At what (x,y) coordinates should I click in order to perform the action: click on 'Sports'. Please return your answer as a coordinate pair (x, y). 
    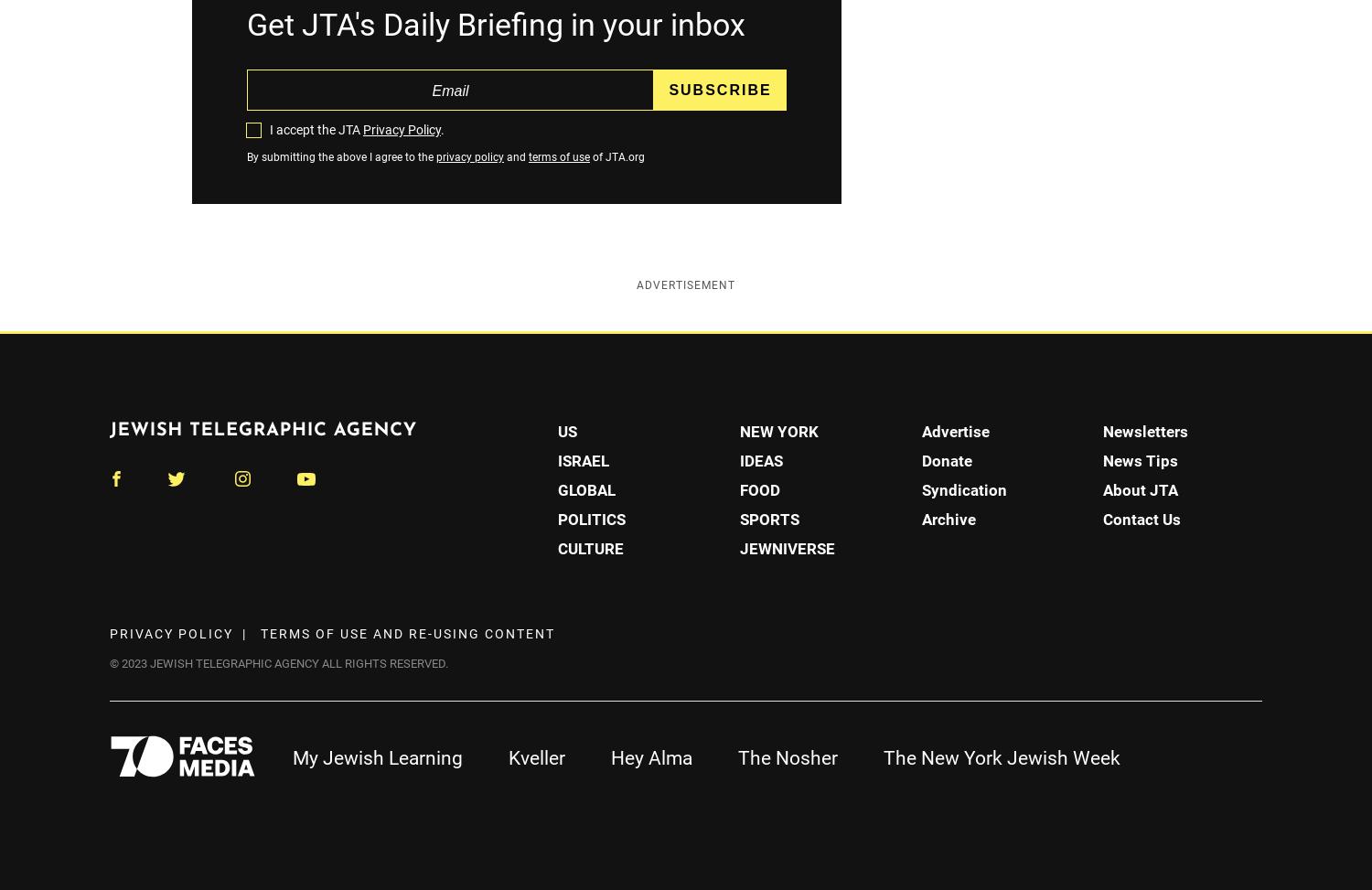
    Looking at the image, I should click on (767, 518).